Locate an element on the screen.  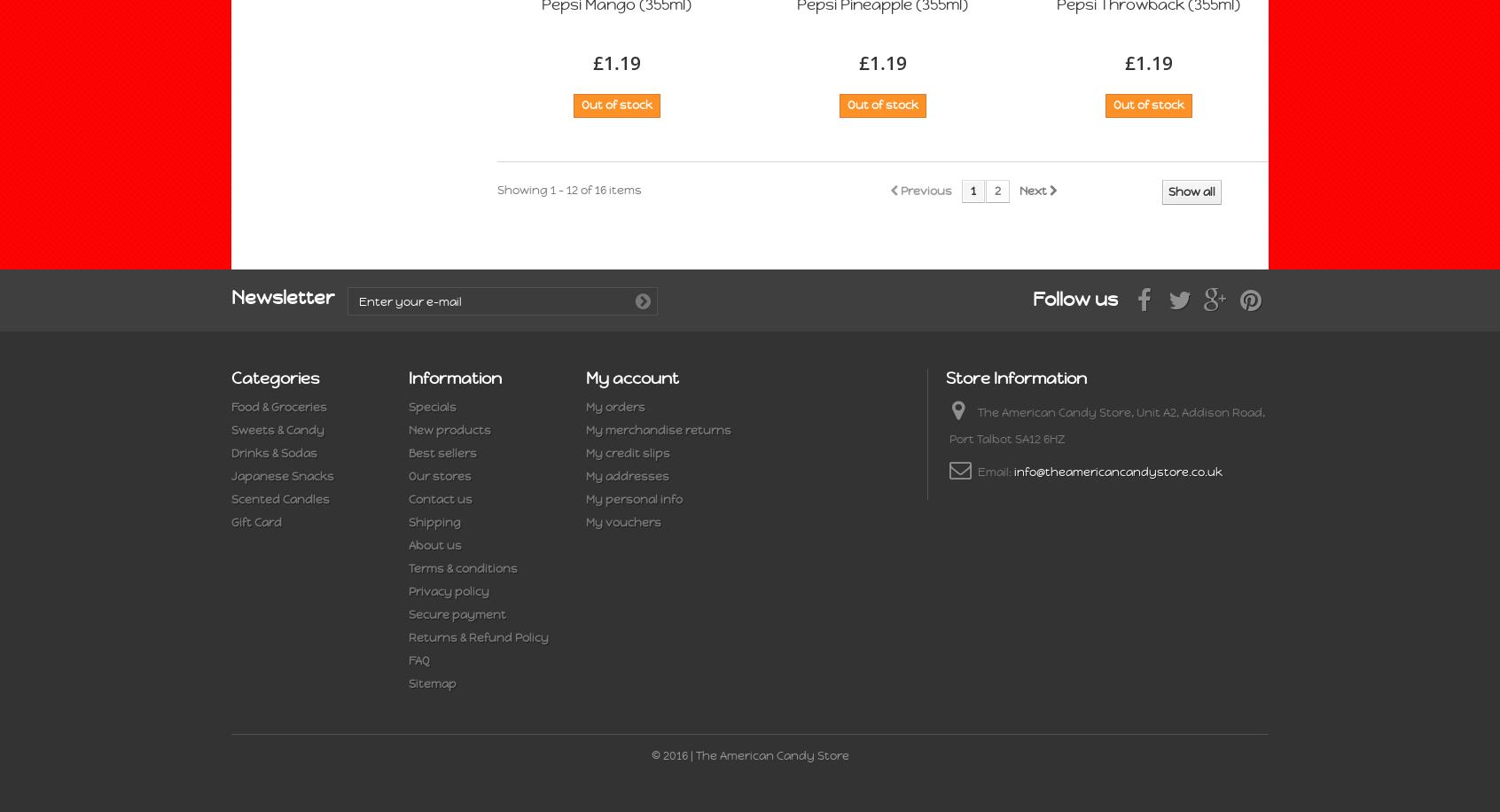
'New products' is located at coordinates (449, 430).